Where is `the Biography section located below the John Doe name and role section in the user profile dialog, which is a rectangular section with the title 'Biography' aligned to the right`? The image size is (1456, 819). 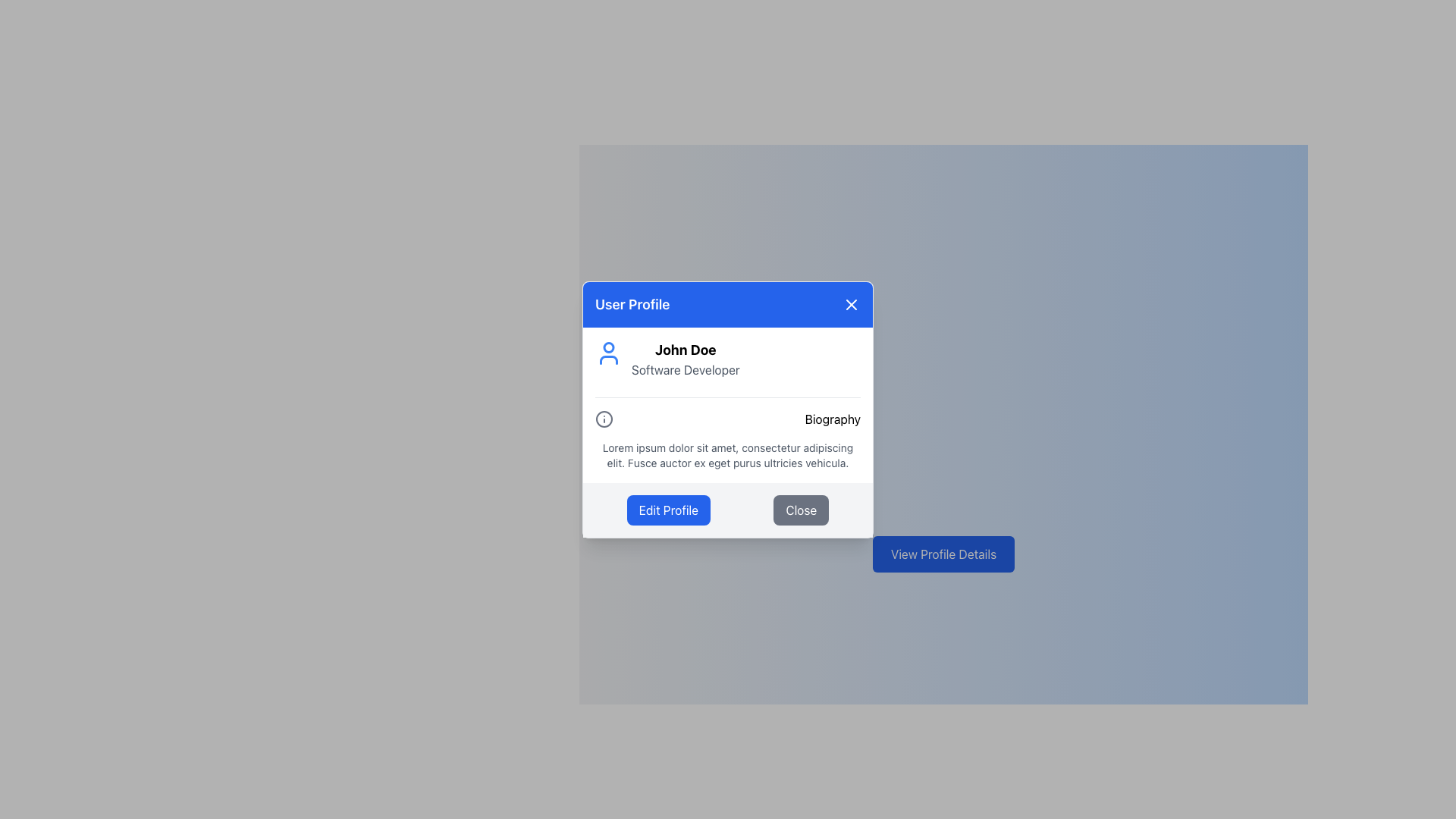 the Biography section located below the John Doe name and role section in the user profile dialog, which is a rectangular section with the title 'Biography' aligned to the right is located at coordinates (728, 433).